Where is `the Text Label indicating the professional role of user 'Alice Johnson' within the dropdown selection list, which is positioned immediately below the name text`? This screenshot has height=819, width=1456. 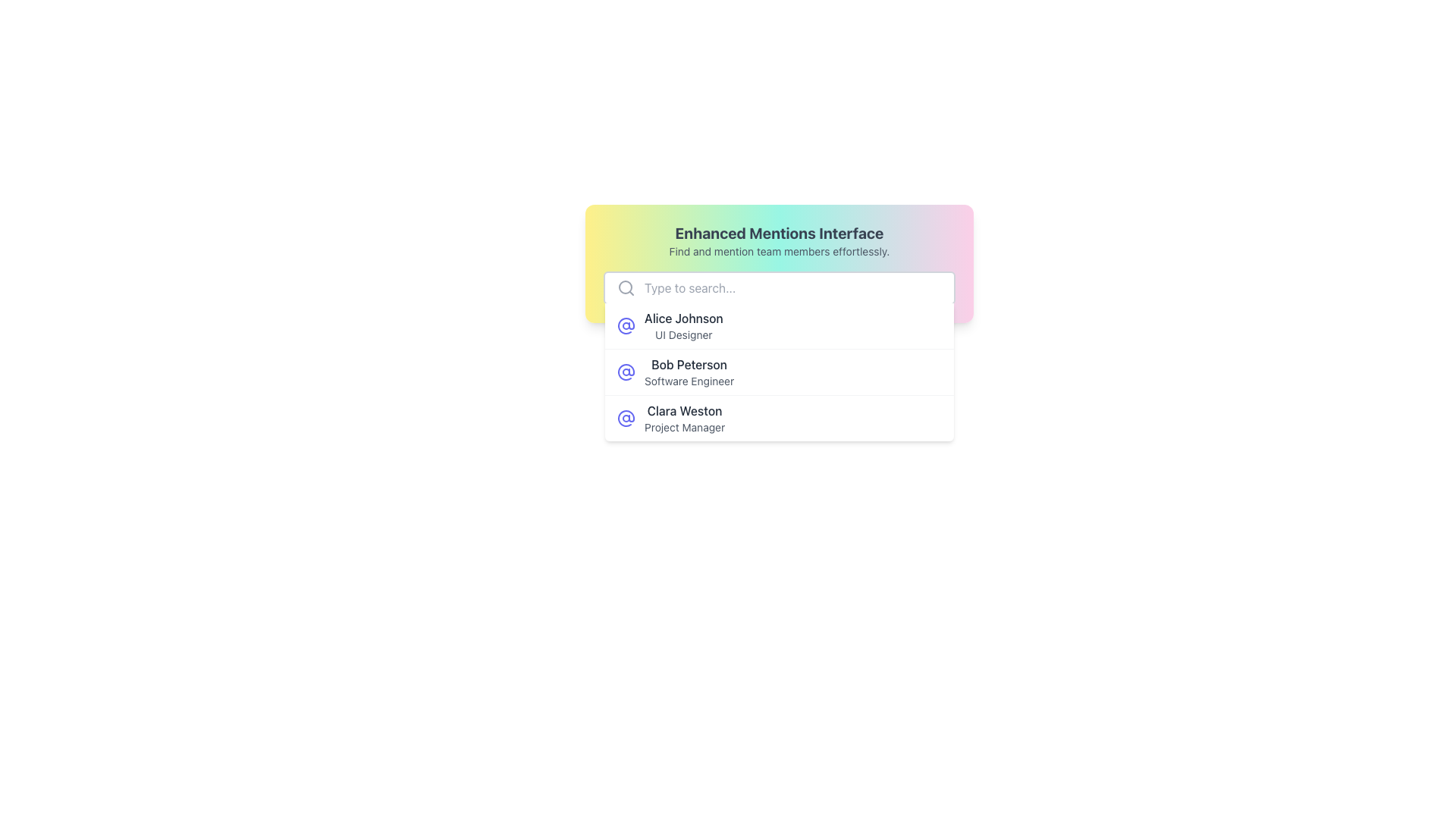 the Text Label indicating the professional role of user 'Alice Johnson' within the dropdown selection list, which is positioned immediately below the name text is located at coordinates (682, 334).